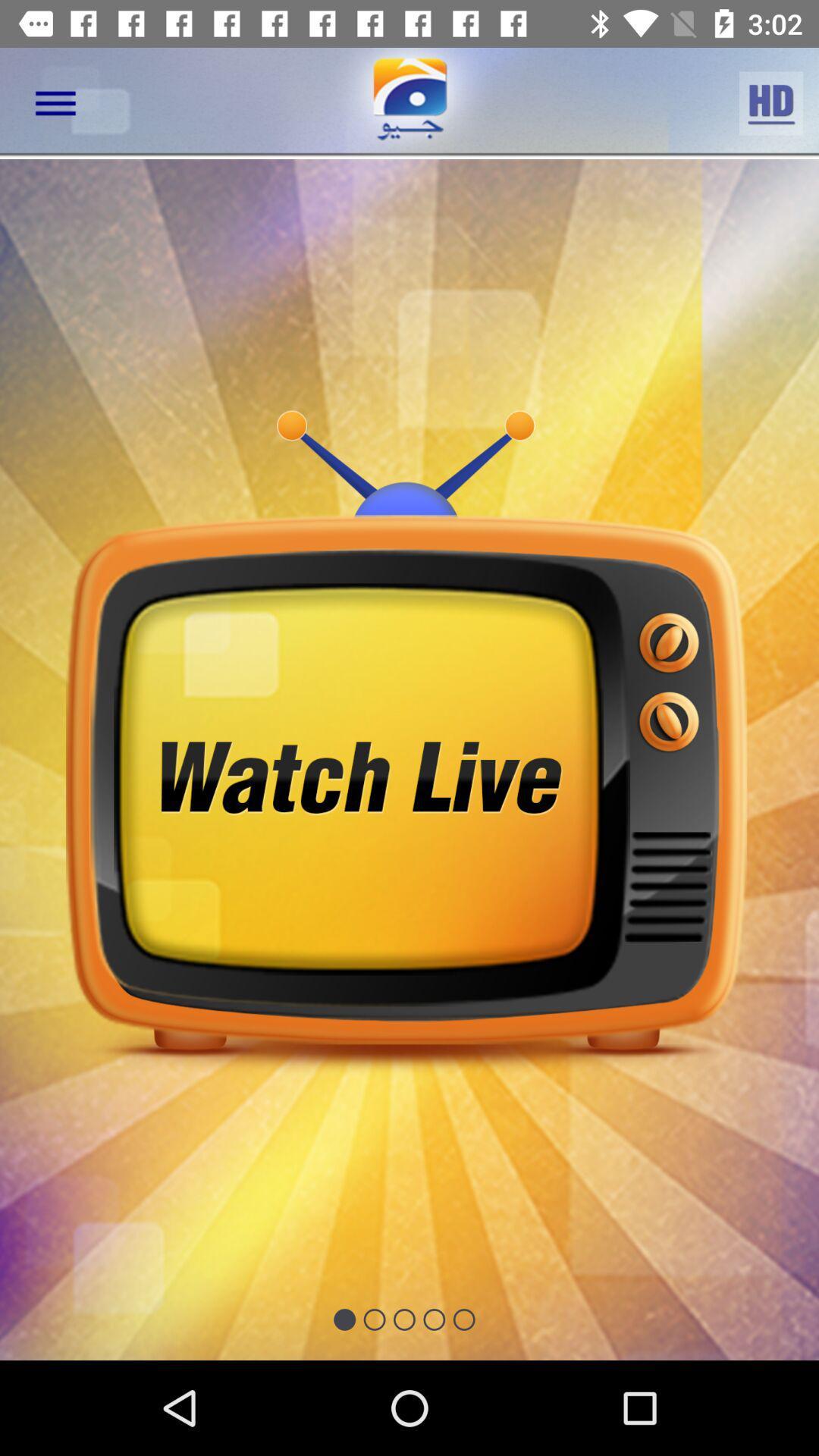  What do you see at coordinates (409, 760) in the screenshot?
I see `turn on tv` at bounding box center [409, 760].